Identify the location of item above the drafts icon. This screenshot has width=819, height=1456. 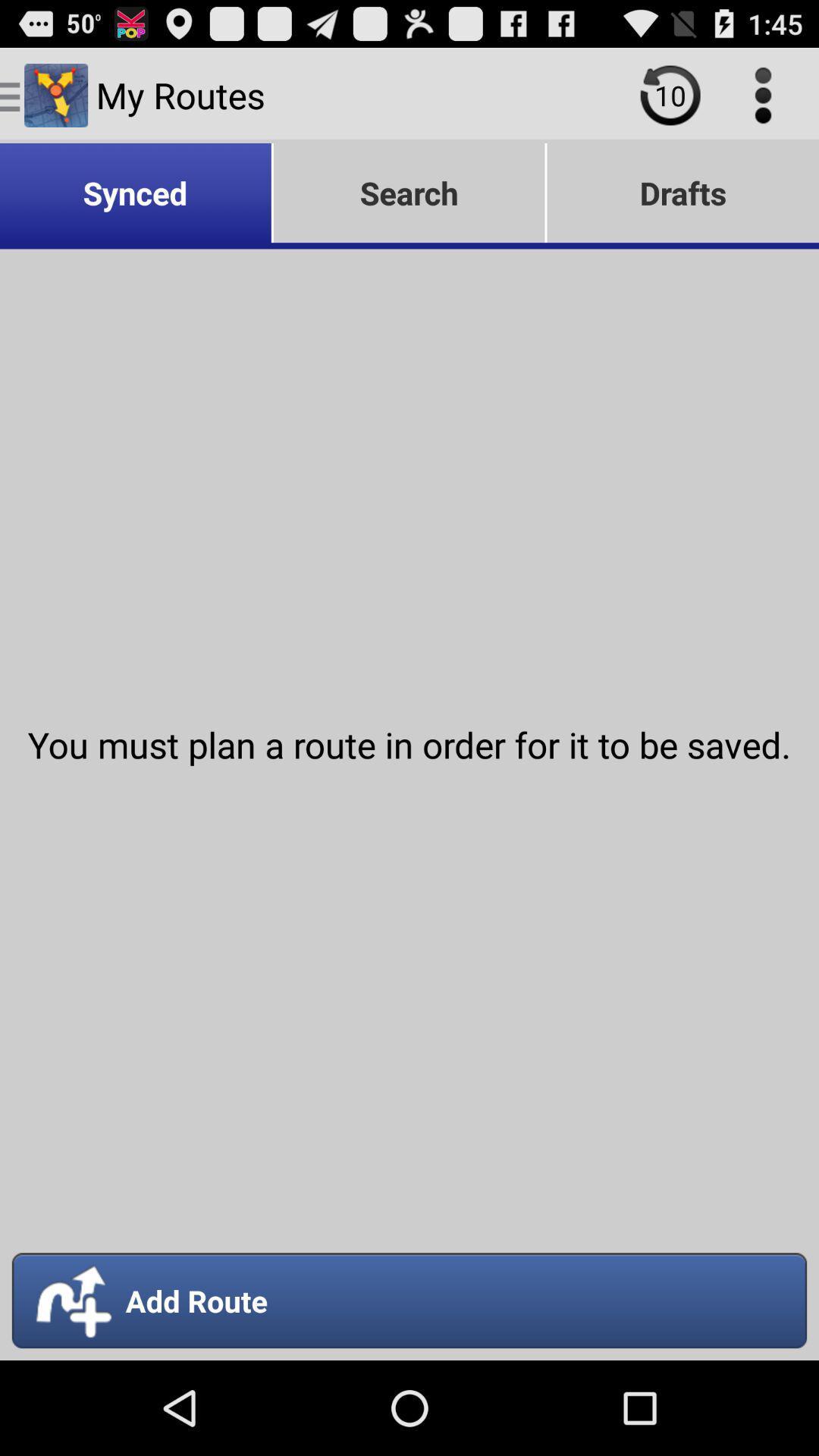
(763, 94).